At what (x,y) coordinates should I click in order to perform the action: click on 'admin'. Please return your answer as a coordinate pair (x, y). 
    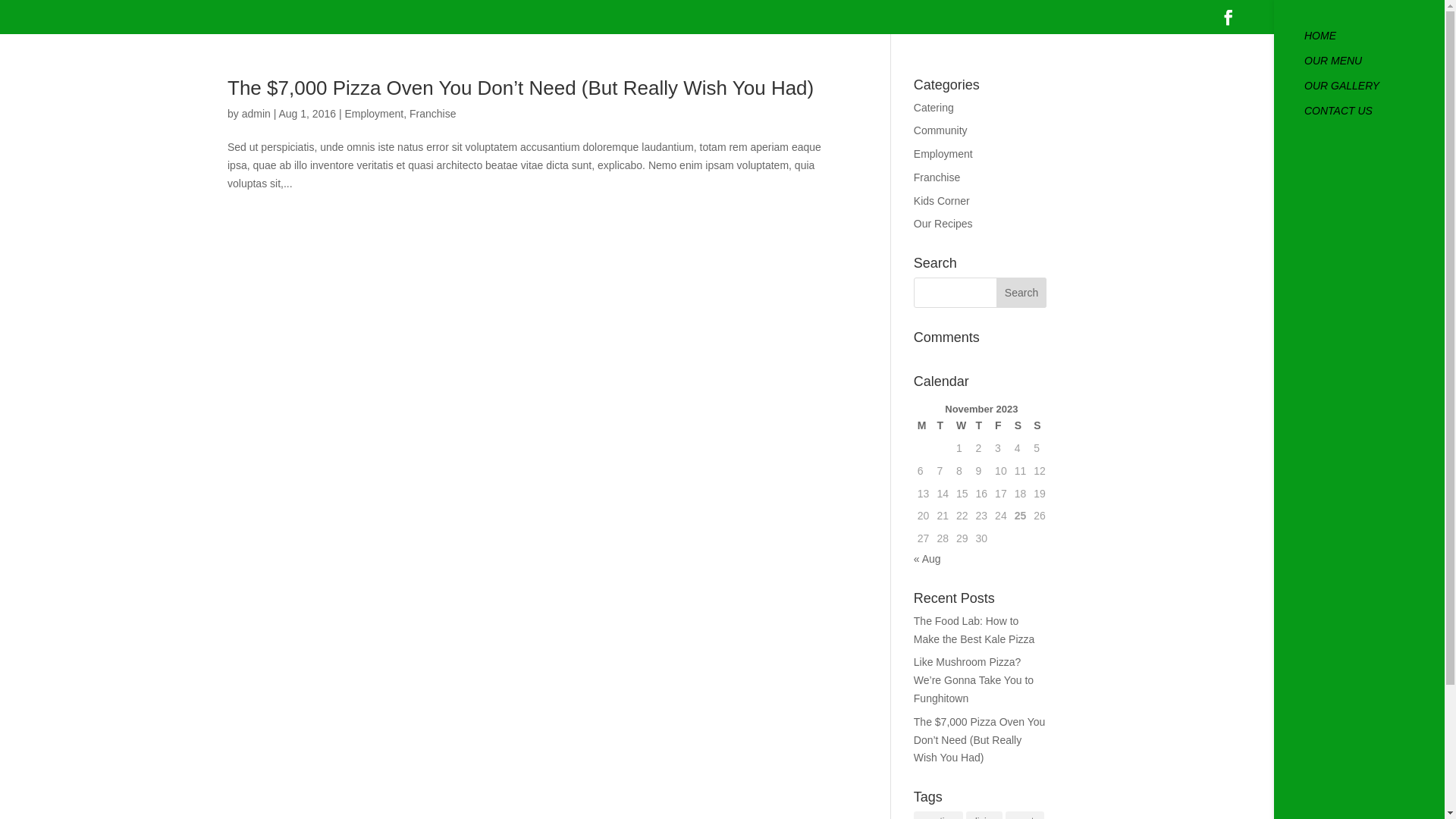
    Looking at the image, I should click on (256, 113).